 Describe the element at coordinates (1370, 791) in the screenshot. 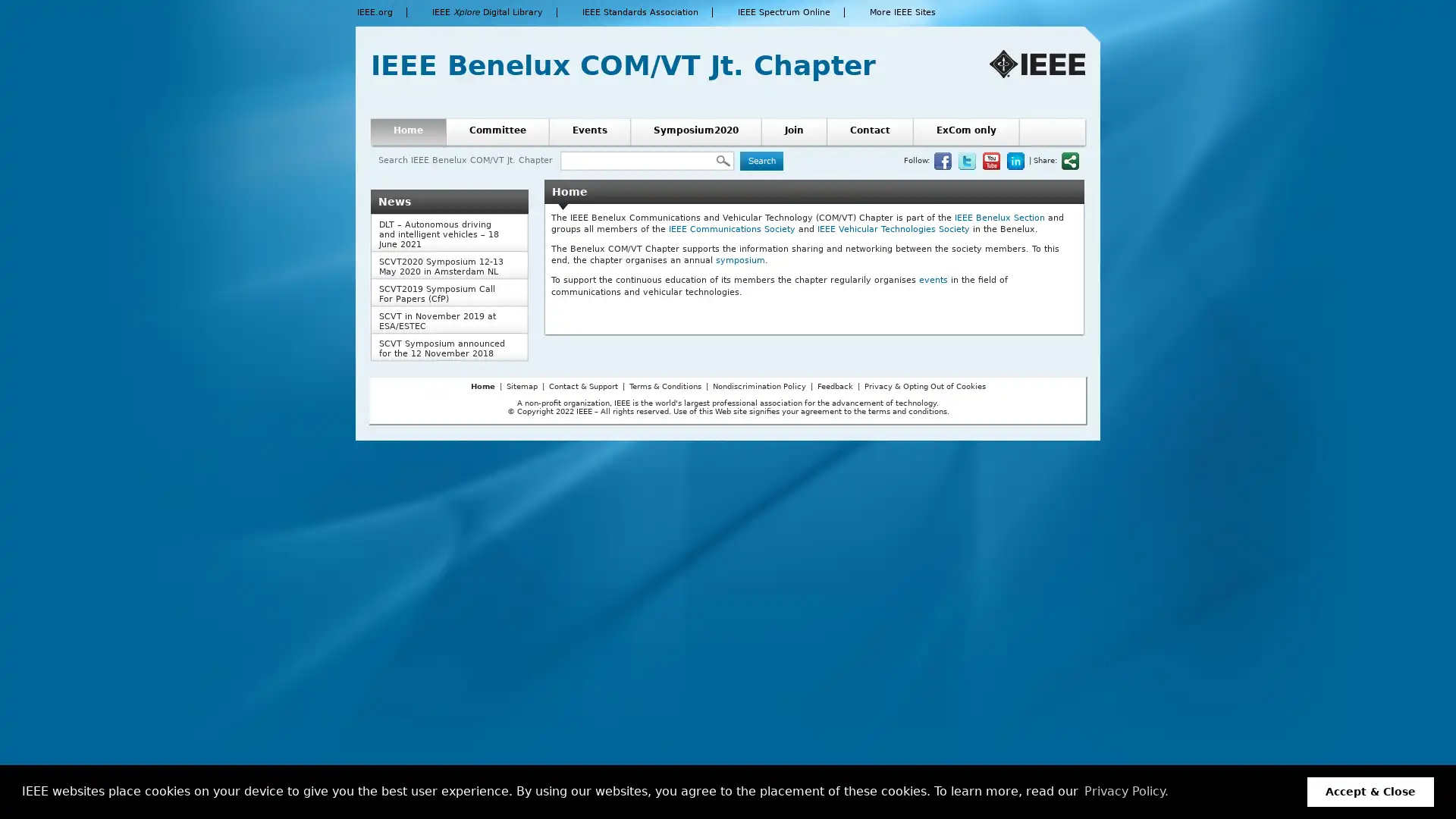

I see `dismiss cookie message` at that location.